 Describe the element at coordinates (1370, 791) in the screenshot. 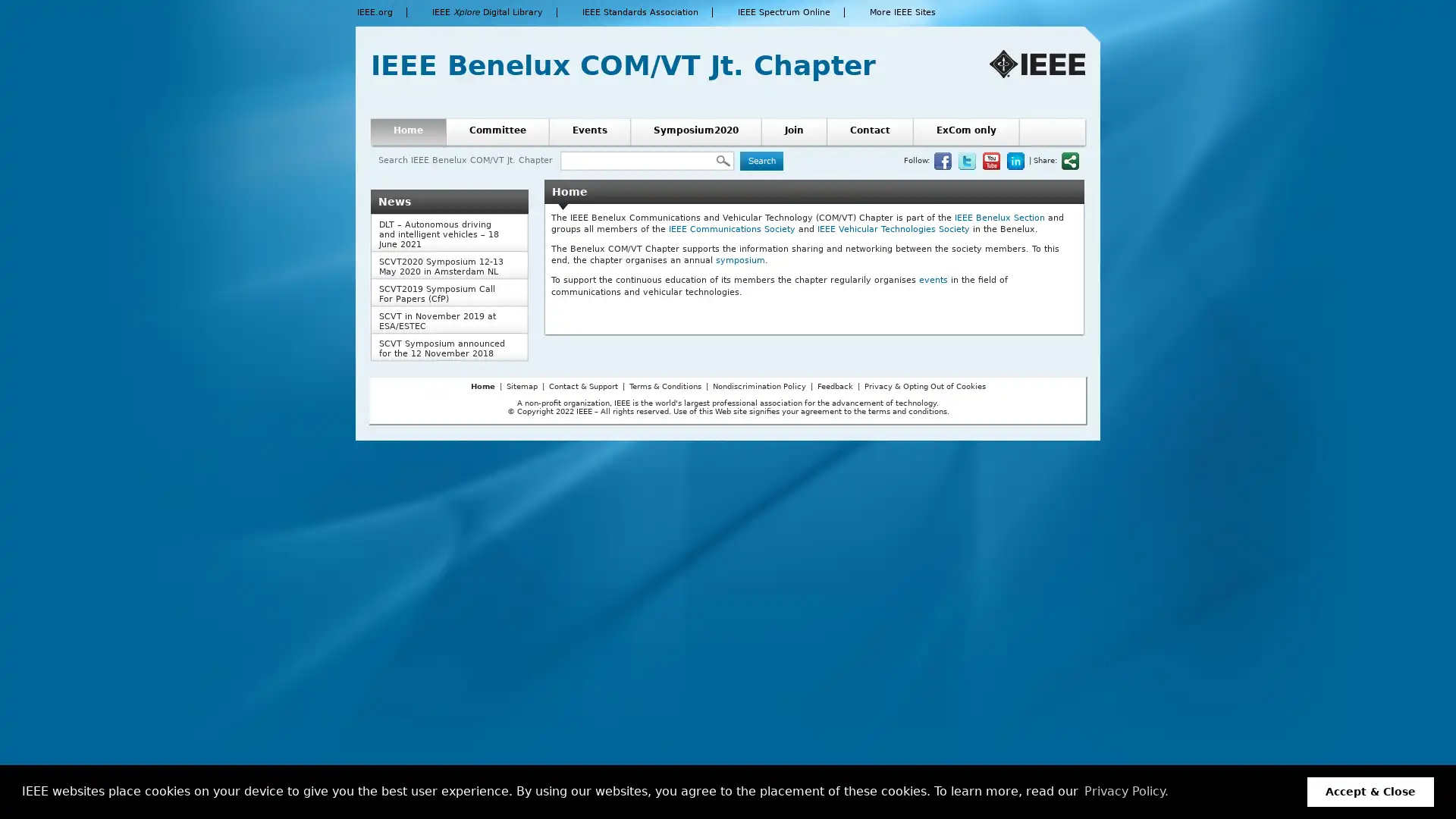

I see `dismiss cookie message` at that location.